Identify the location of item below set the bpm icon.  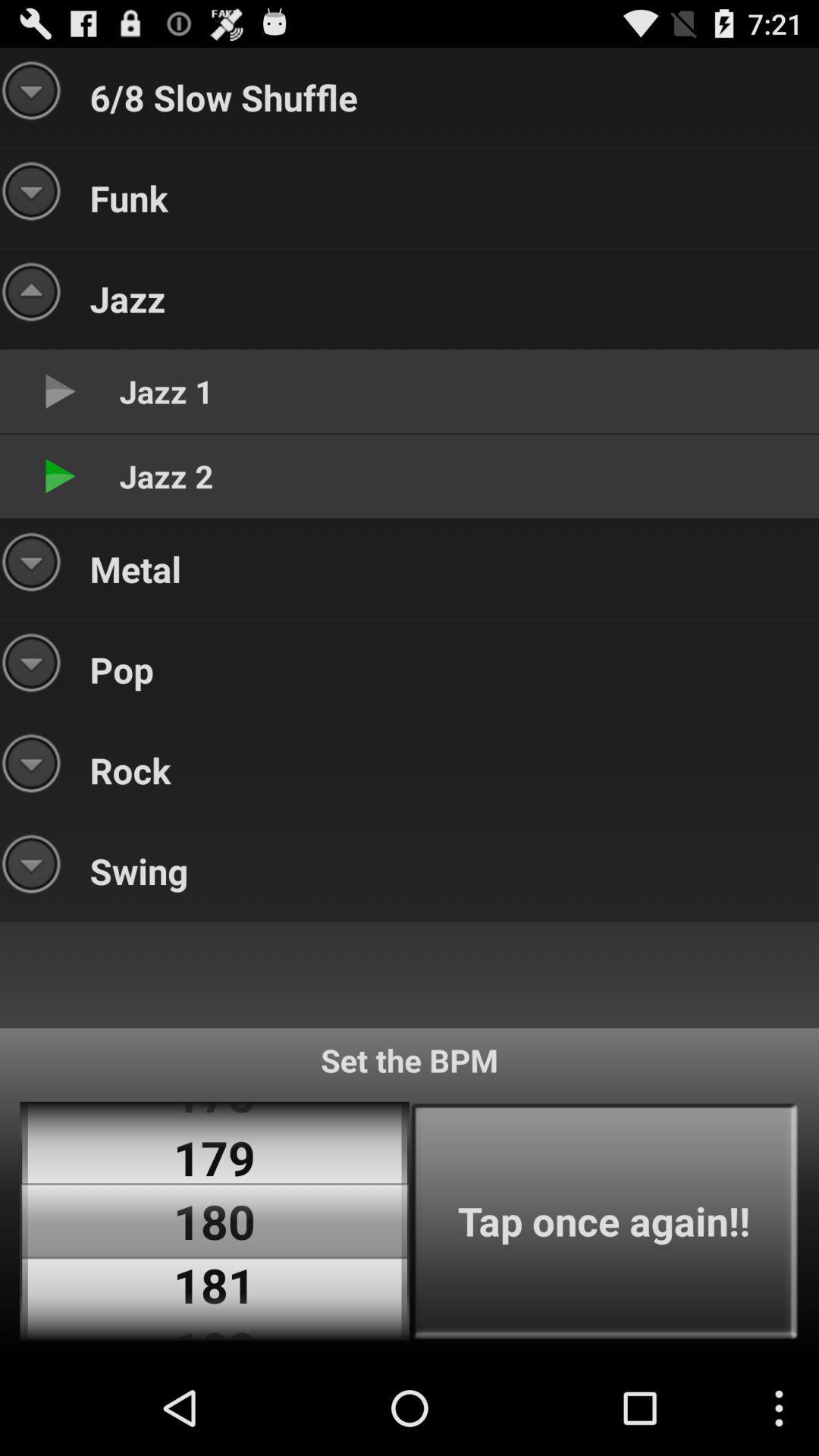
(603, 1221).